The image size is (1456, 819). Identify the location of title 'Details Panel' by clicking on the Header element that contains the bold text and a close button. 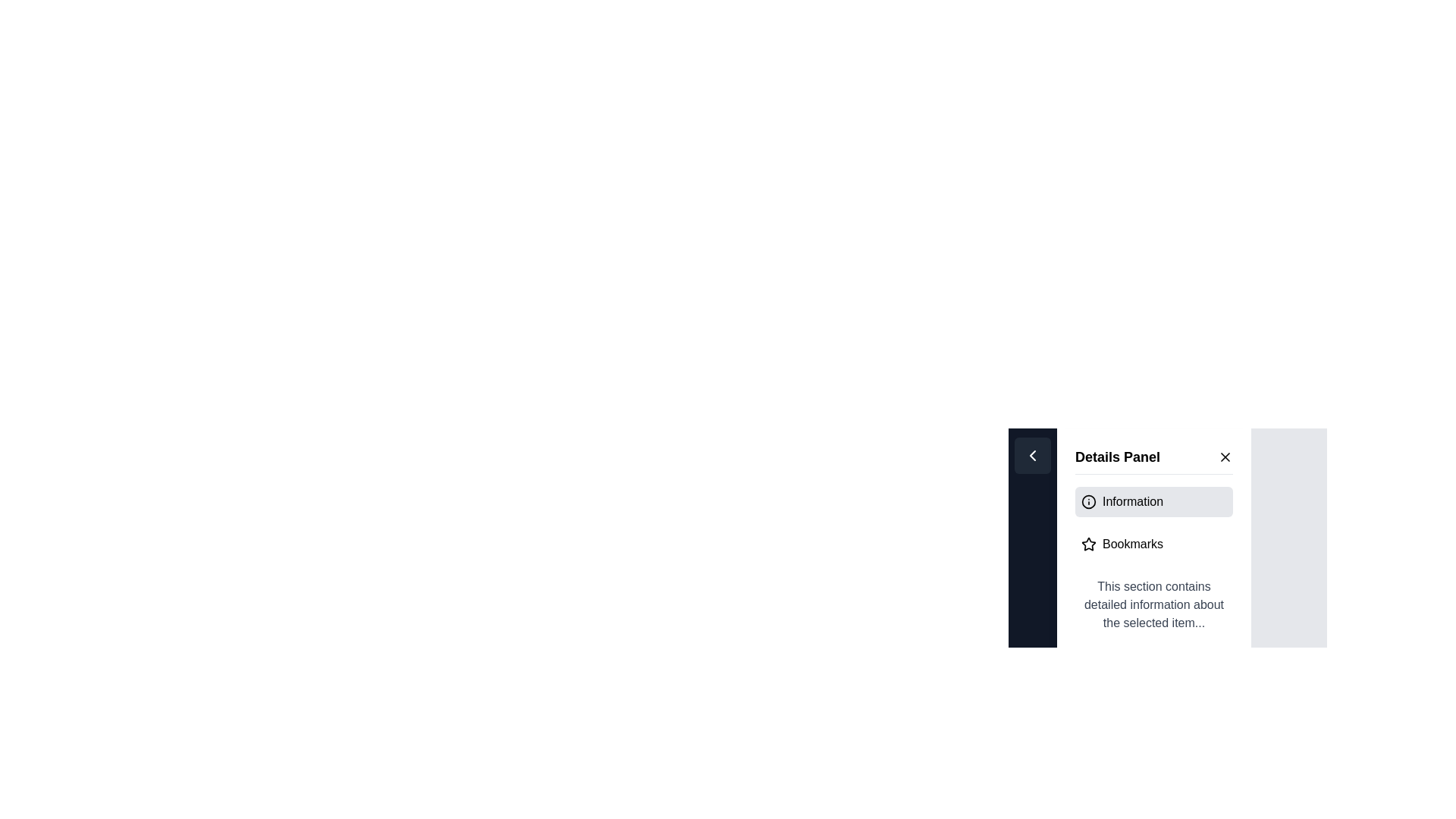
(1153, 460).